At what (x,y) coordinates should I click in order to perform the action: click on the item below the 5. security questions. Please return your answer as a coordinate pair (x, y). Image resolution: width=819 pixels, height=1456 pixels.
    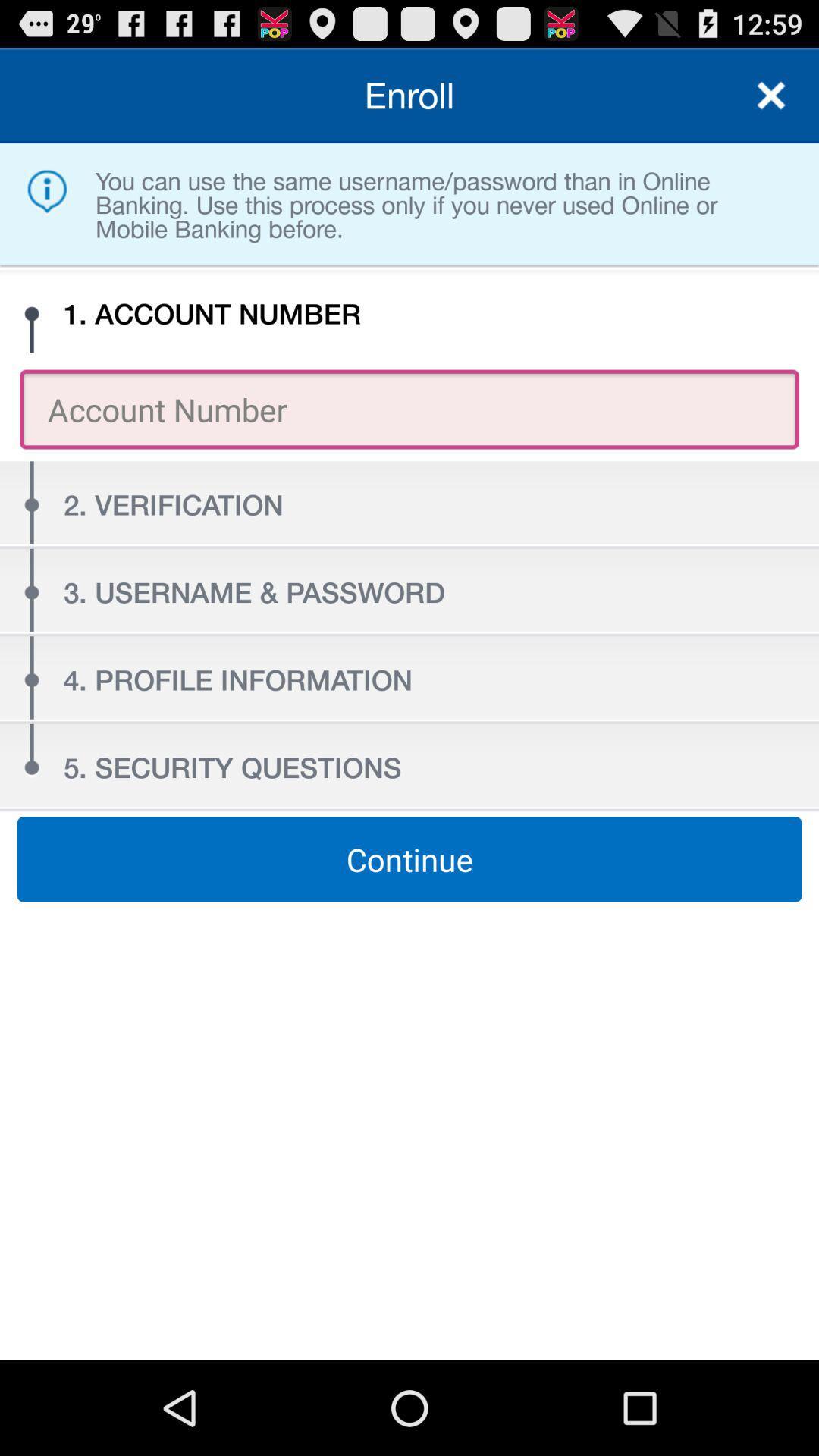
    Looking at the image, I should click on (409, 859).